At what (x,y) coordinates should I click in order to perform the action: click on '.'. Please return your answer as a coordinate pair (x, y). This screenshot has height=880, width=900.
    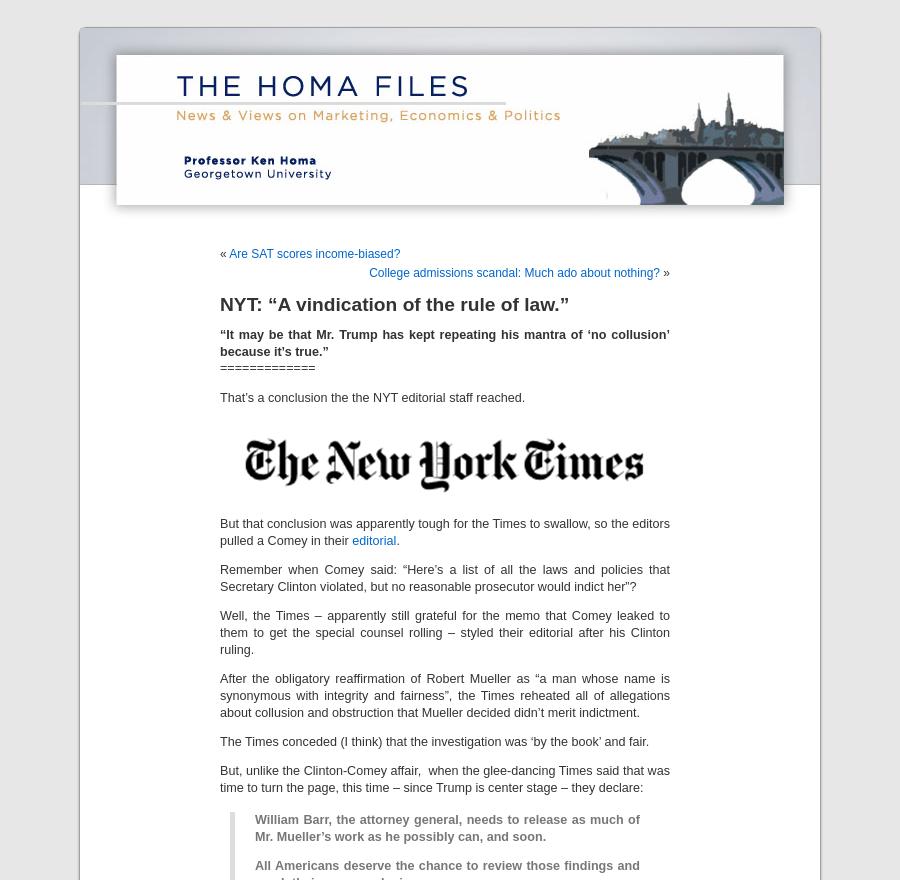
    Looking at the image, I should click on (397, 538).